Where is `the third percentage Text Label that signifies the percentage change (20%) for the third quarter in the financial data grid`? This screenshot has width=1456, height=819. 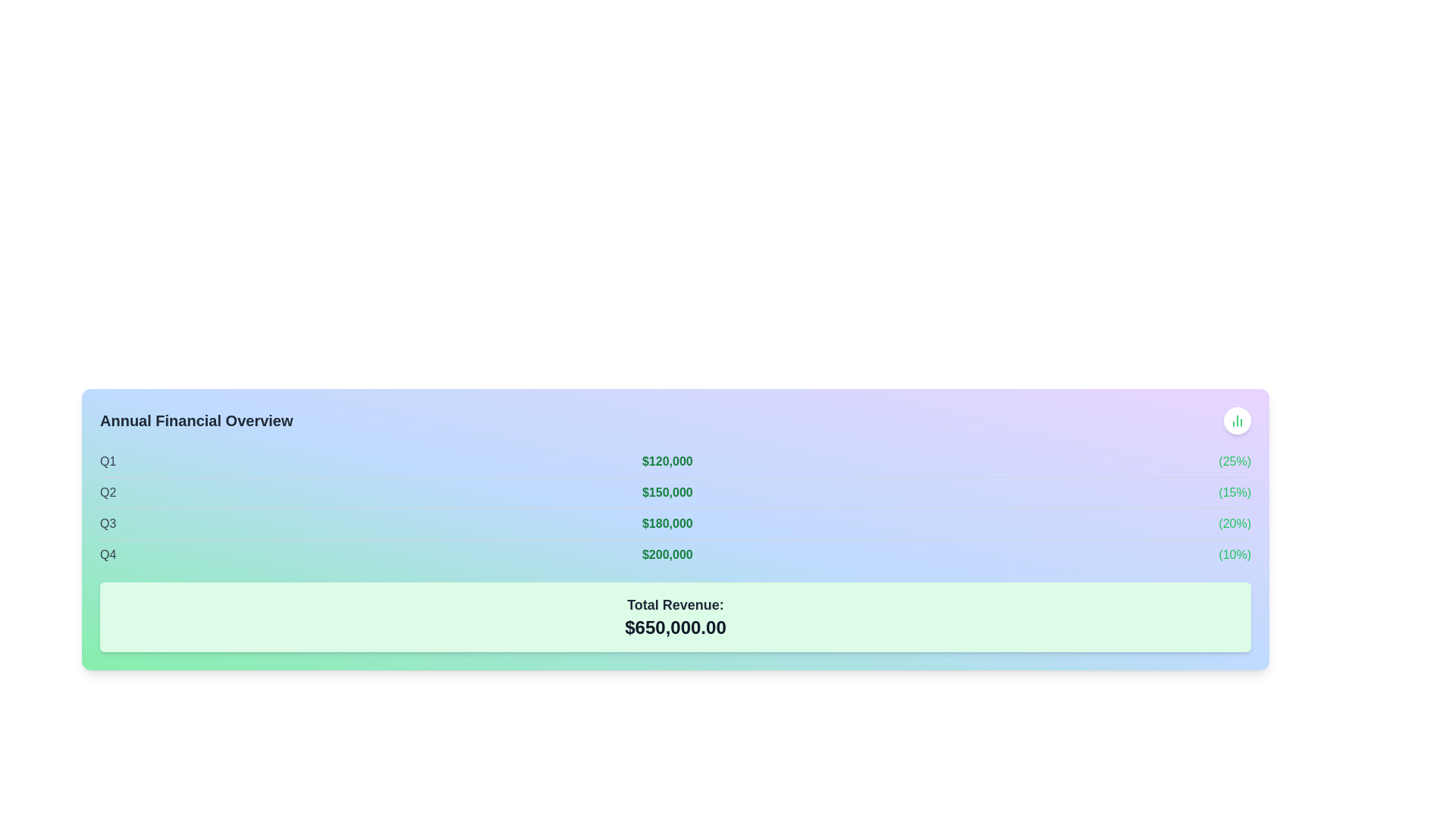 the third percentage Text Label that signifies the percentage change (20%) for the third quarter in the financial data grid is located at coordinates (1235, 522).